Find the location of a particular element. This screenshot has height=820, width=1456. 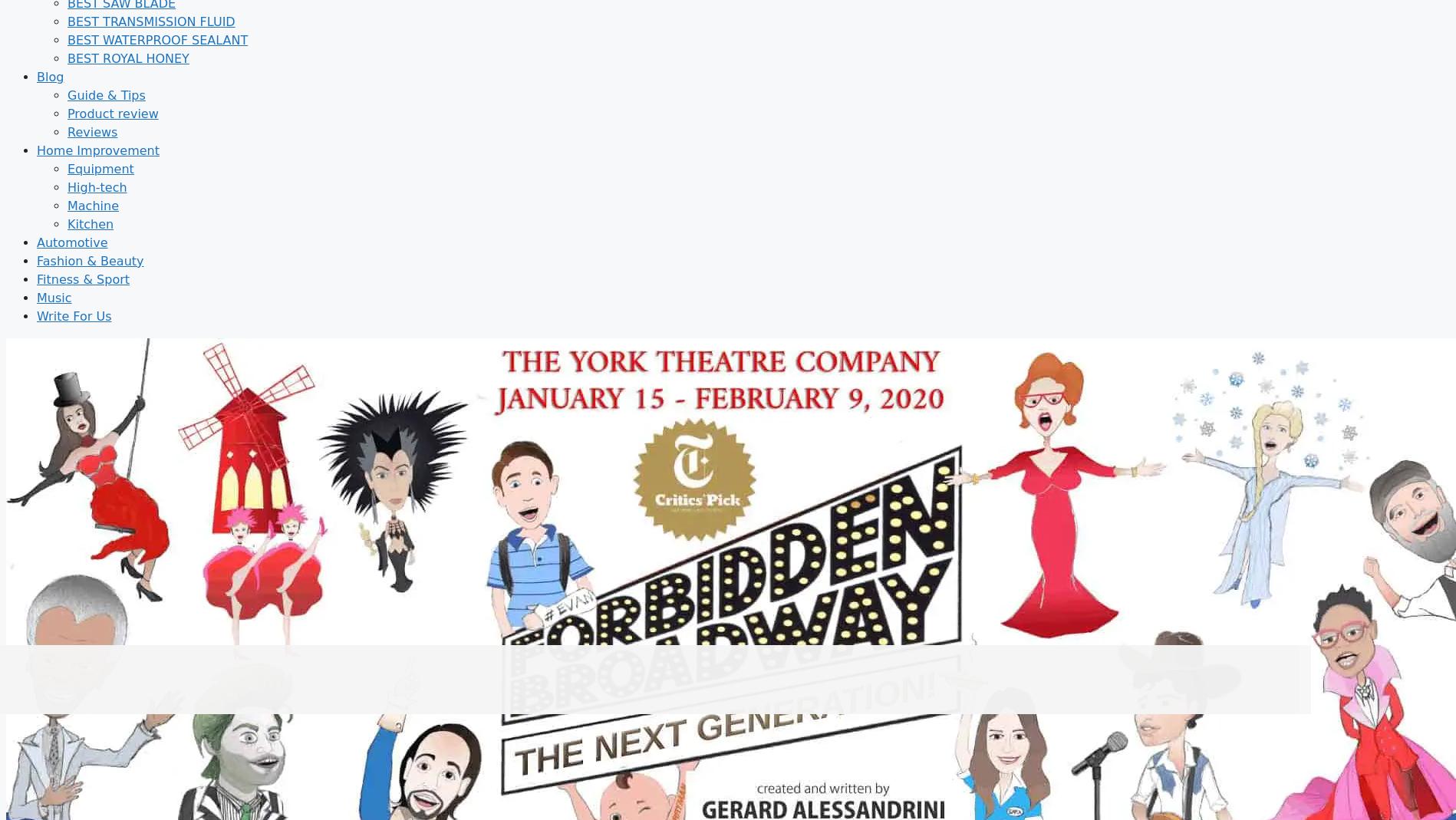

'Machine' is located at coordinates (93, 204).